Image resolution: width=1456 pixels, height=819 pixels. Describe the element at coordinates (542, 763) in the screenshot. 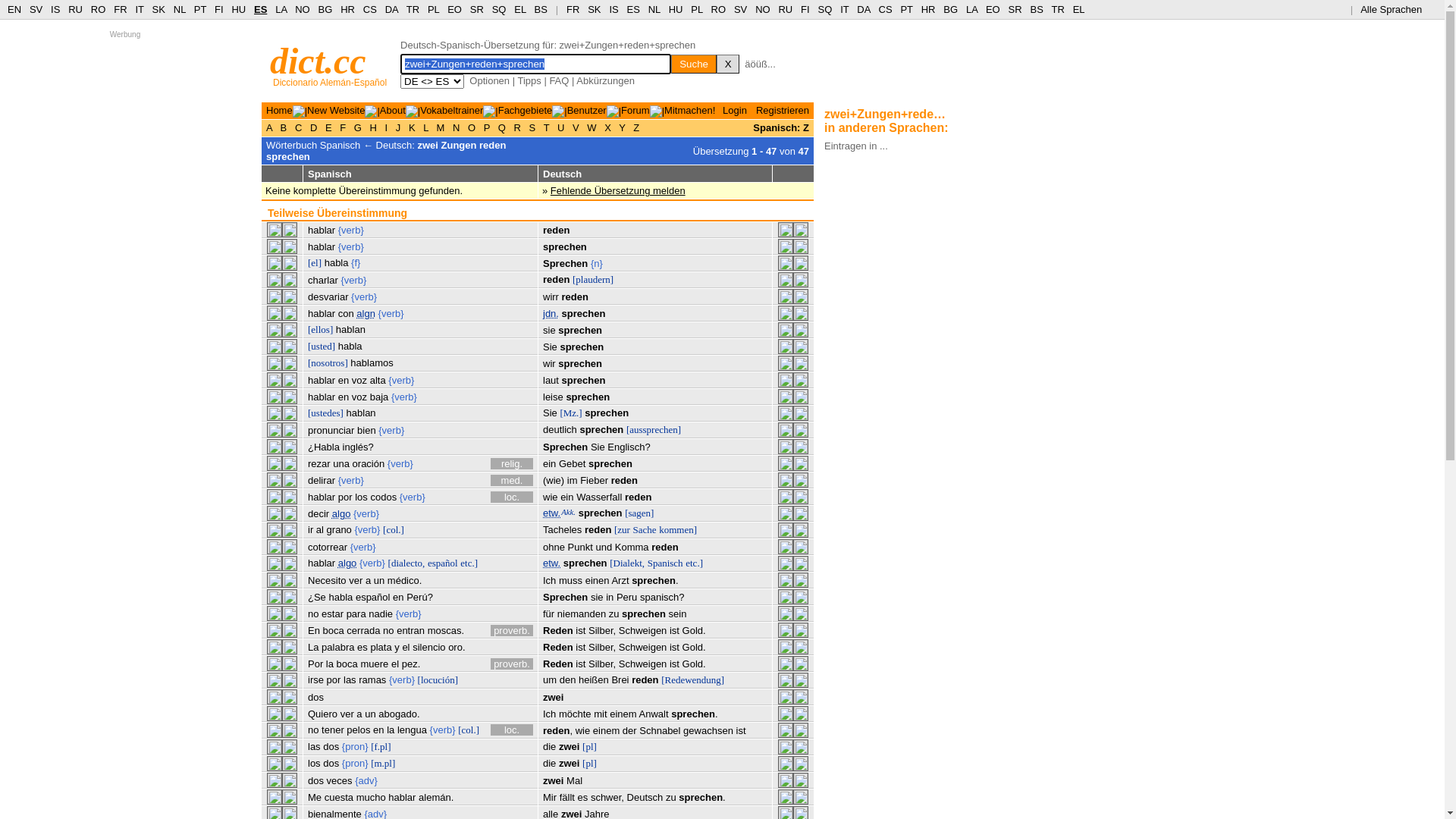

I see `'die'` at that location.